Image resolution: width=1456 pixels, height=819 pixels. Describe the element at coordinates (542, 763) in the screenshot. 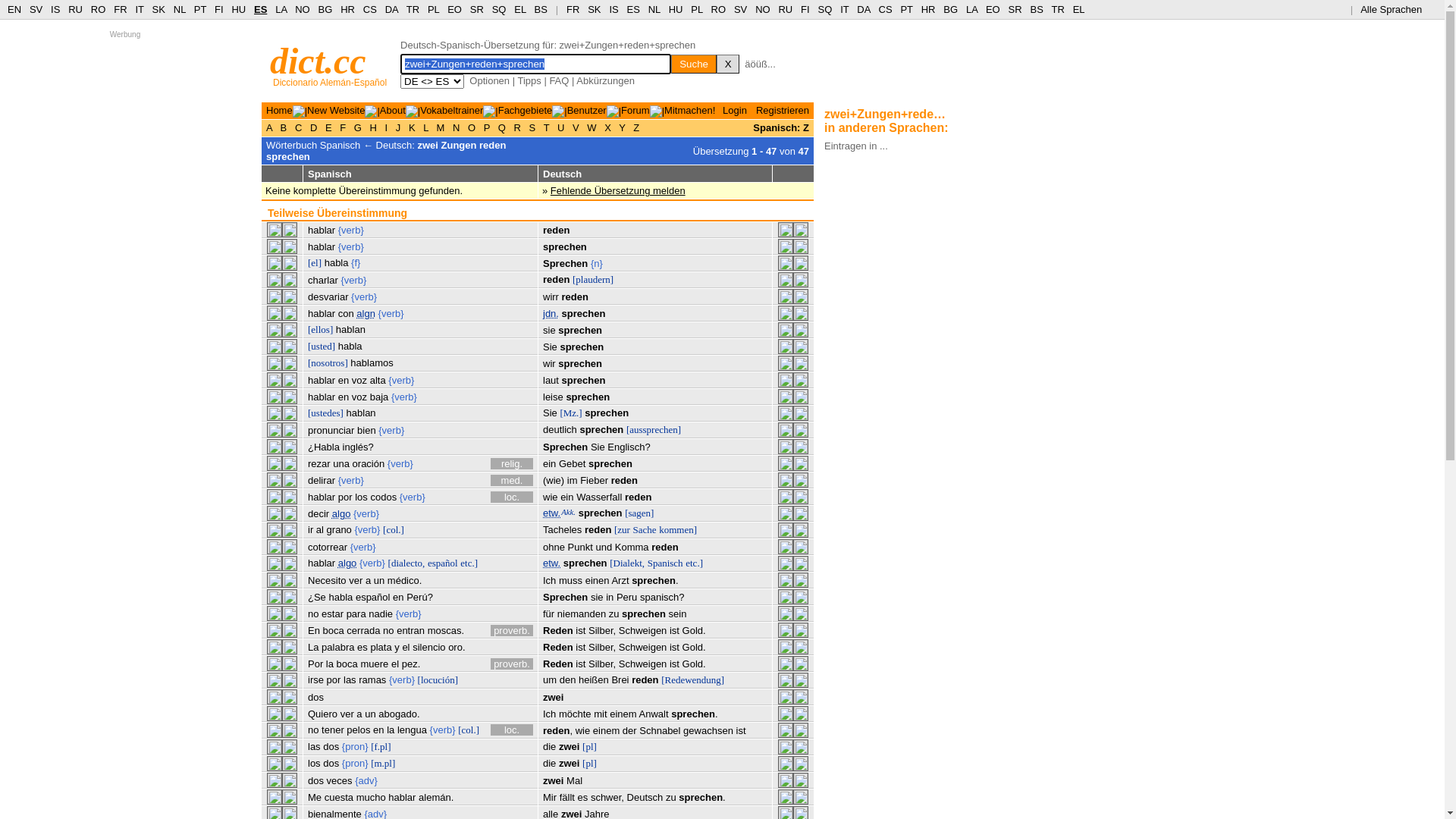

I see `'die'` at that location.